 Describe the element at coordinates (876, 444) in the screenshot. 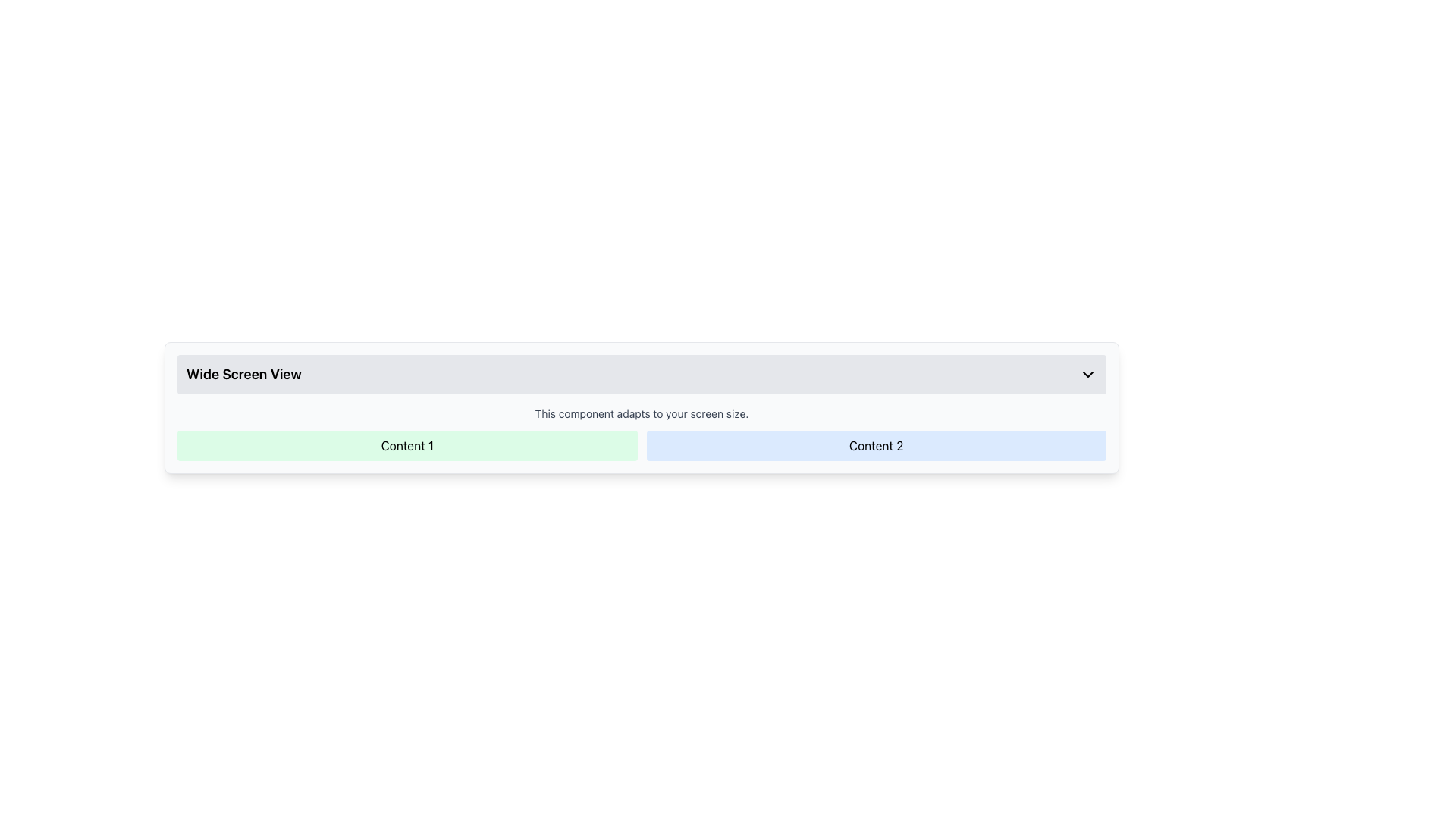

I see `the rectangular block with a light blue background containing the bold text 'Content 2', which is the second item in a two-column grid layout` at that location.